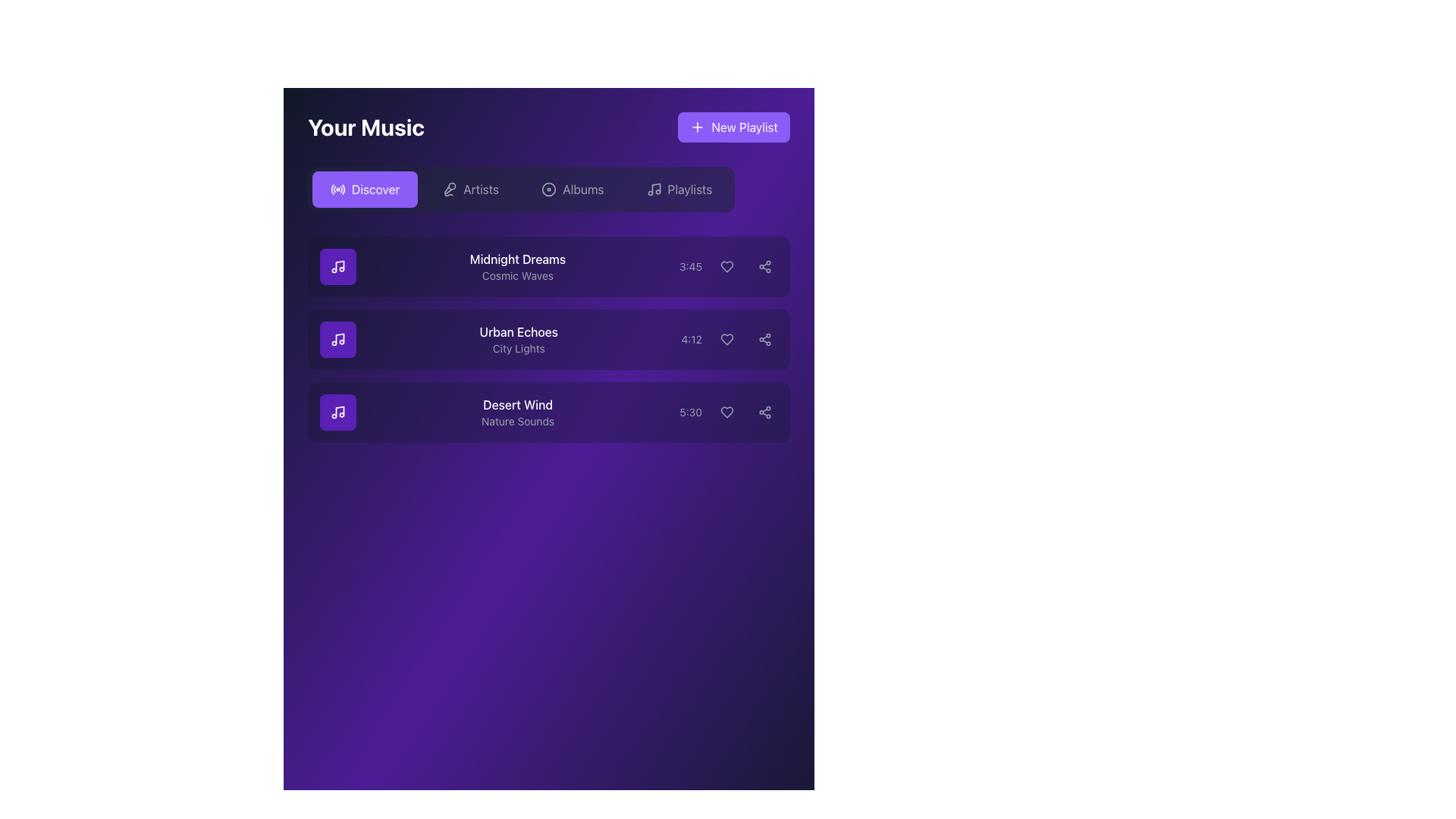 Image resolution: width=1456 pixels, height=819 pixels. What do you see at coordinates (337, 265) in the screenshot?
I see `the music-related icon representing the track 'Midnight Dreams' located at the leftmost side of the first row in a vertical list of items, aligned to the left of the text 'Midnight Dreams Cosmic Waves.'` at bounding box center [337, 265].